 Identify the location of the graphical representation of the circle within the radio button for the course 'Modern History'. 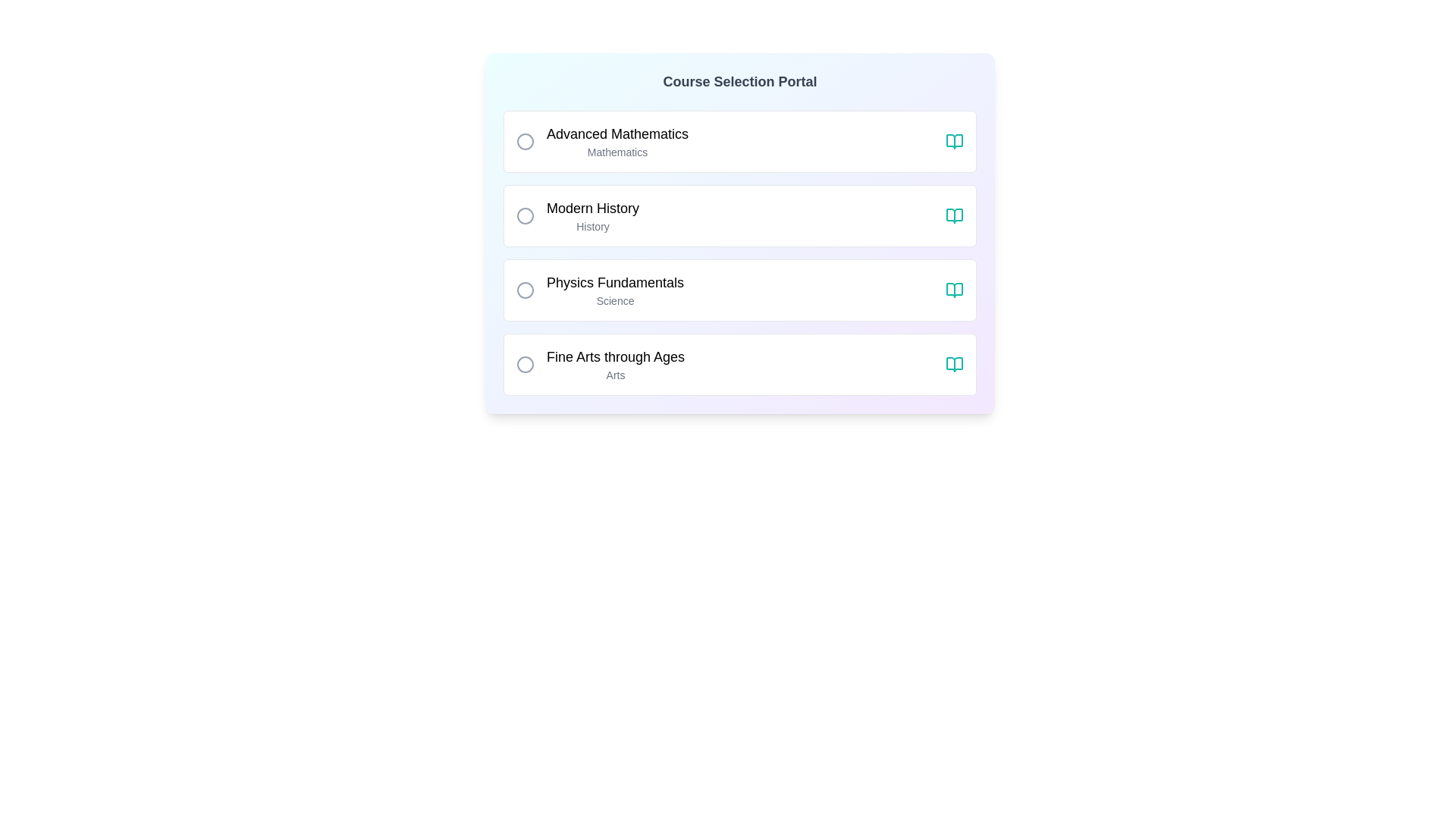
(525, 216).